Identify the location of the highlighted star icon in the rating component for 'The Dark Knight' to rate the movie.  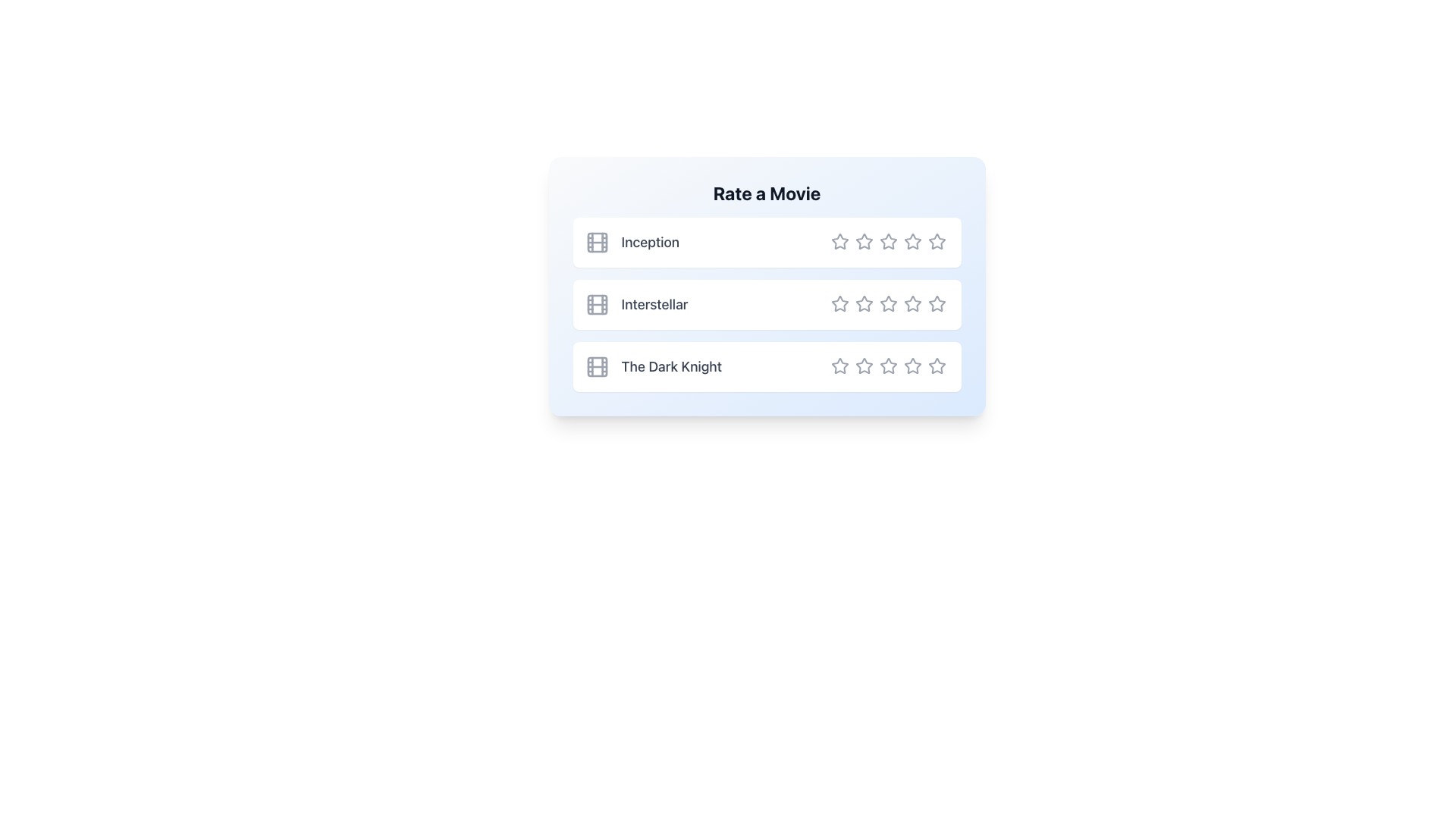
(888, 366).